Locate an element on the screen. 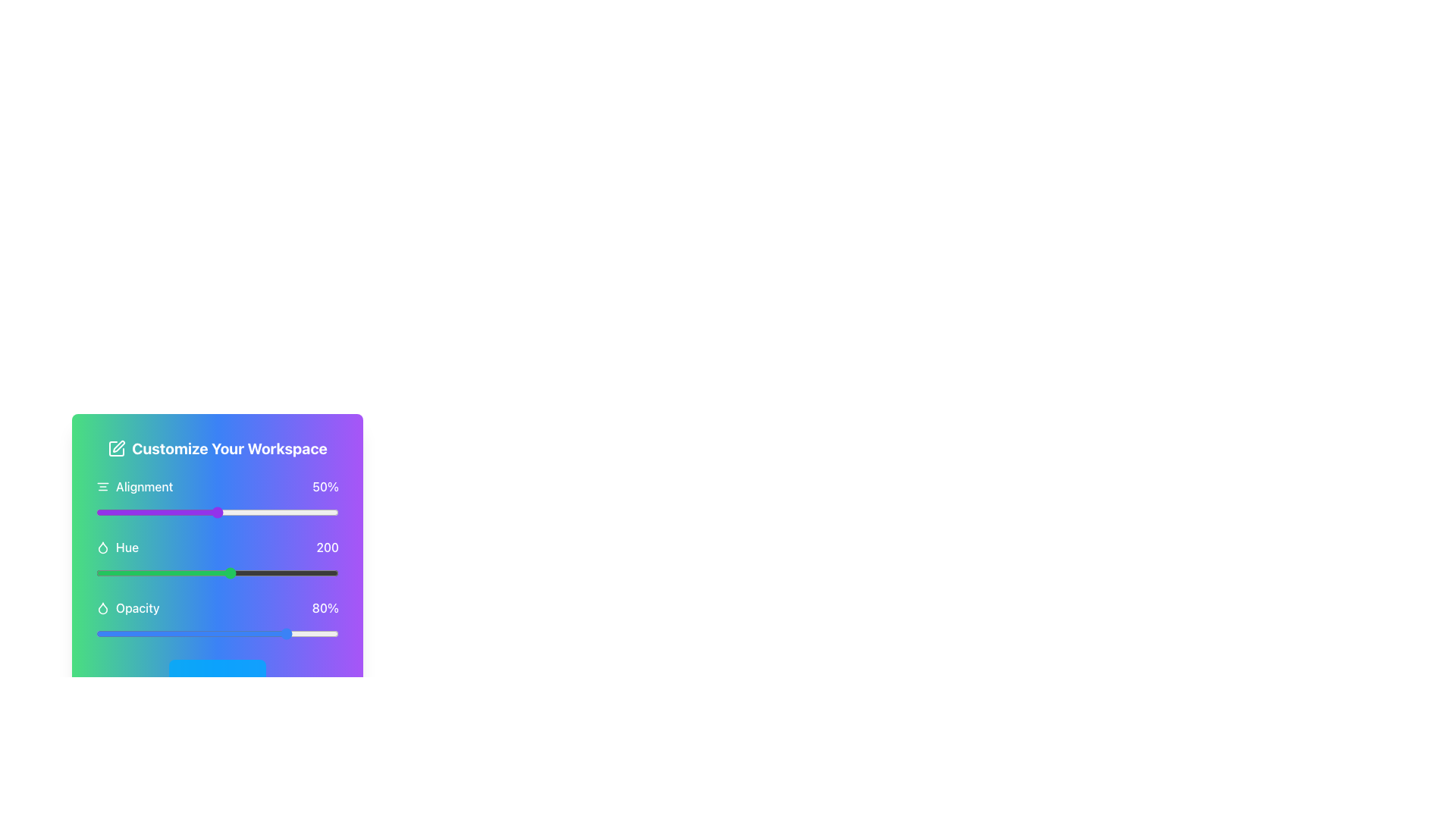 The width and height of the screenshot is (1456, 819). the opacity slider is located at coordinates (246, 634).